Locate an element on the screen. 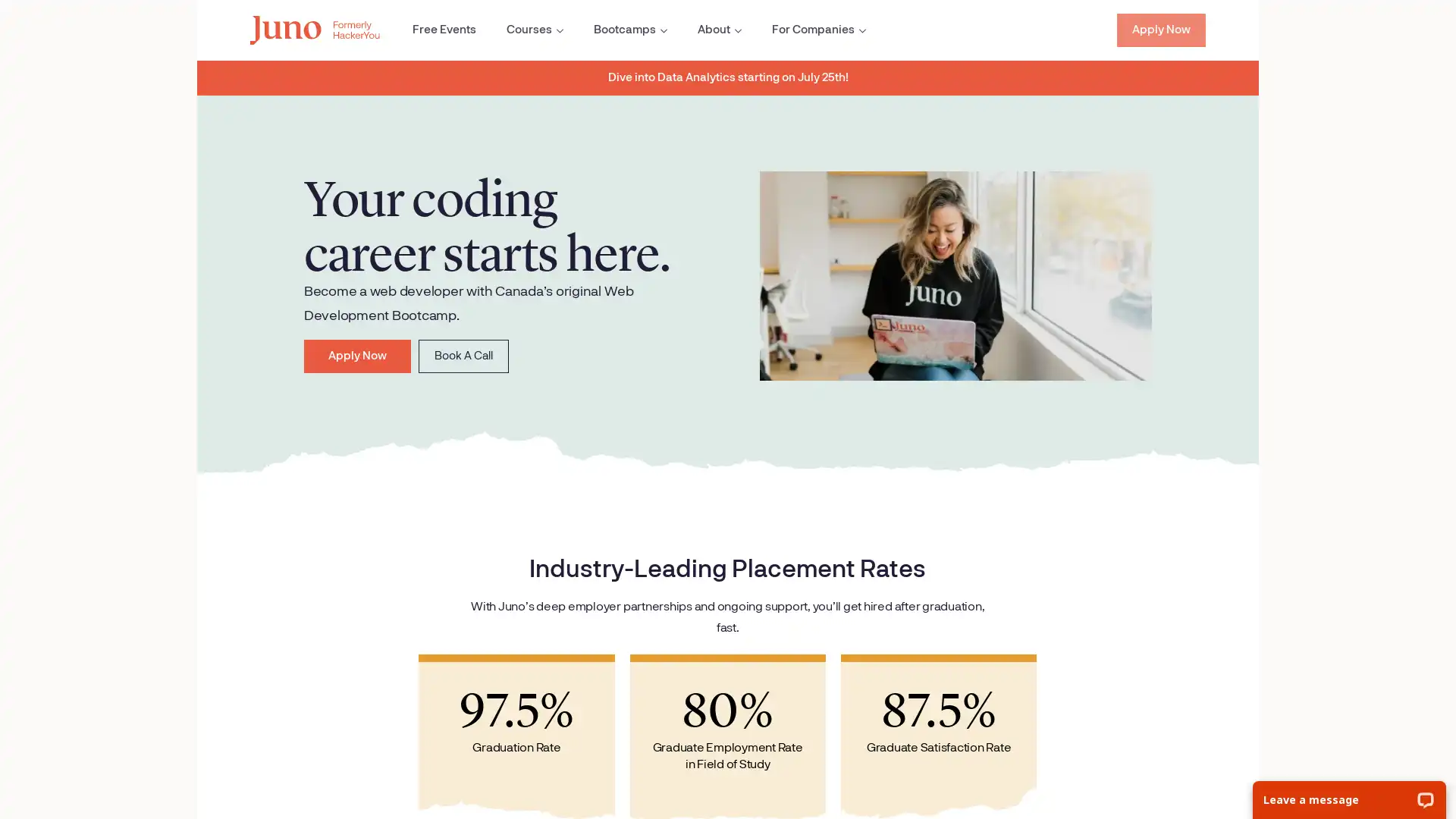 This screenshot has width=1456, height=819. Open the Bootcamps sub menu. is located at coordinates (617, 30).